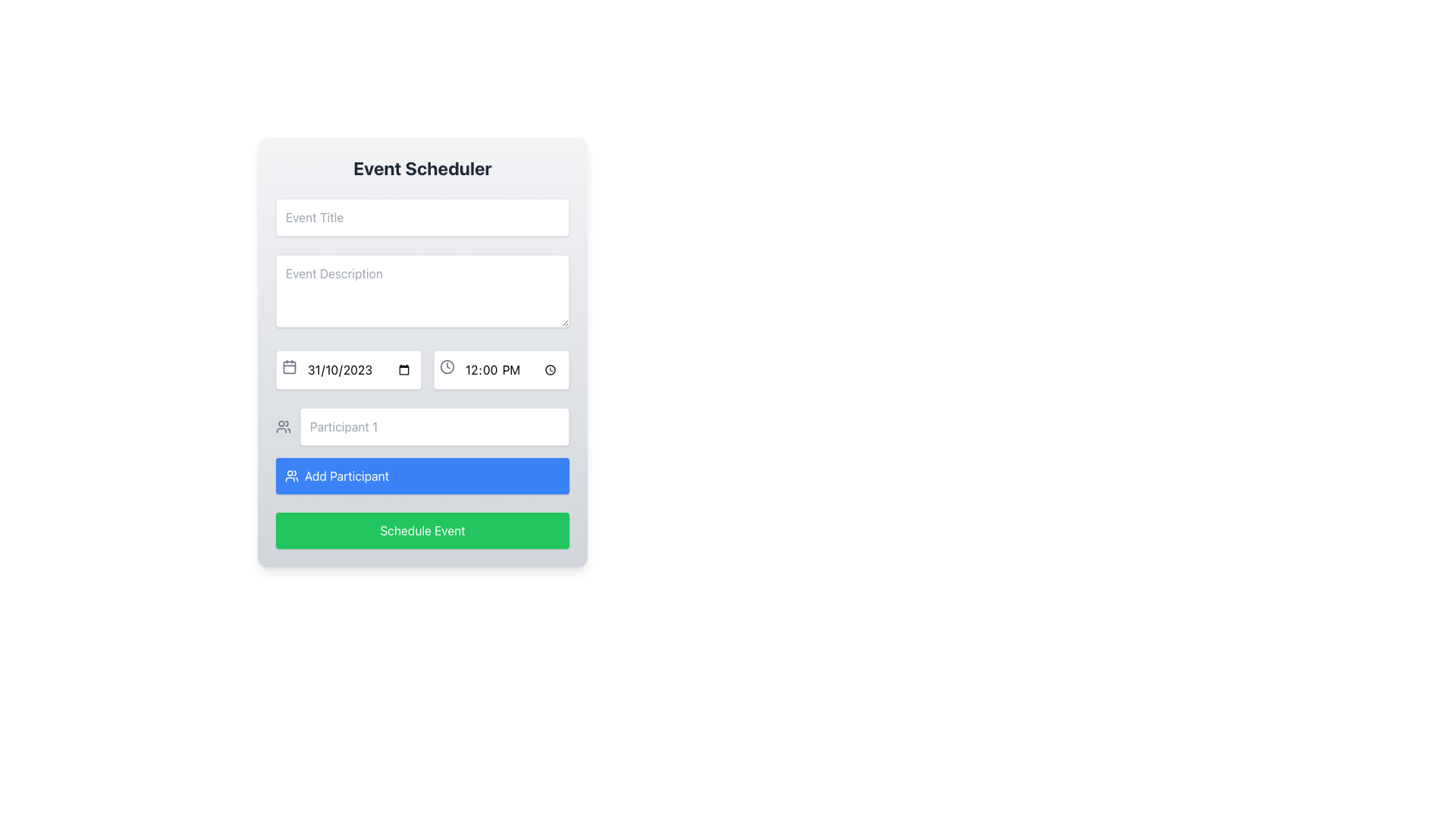  Describe the element at coordinates (284, 427) in the screenshot. I see `the group of users icon, which is a simple, line-based illustration styled in gray, positioned to the left of the 'Add Participant' button` at that location.